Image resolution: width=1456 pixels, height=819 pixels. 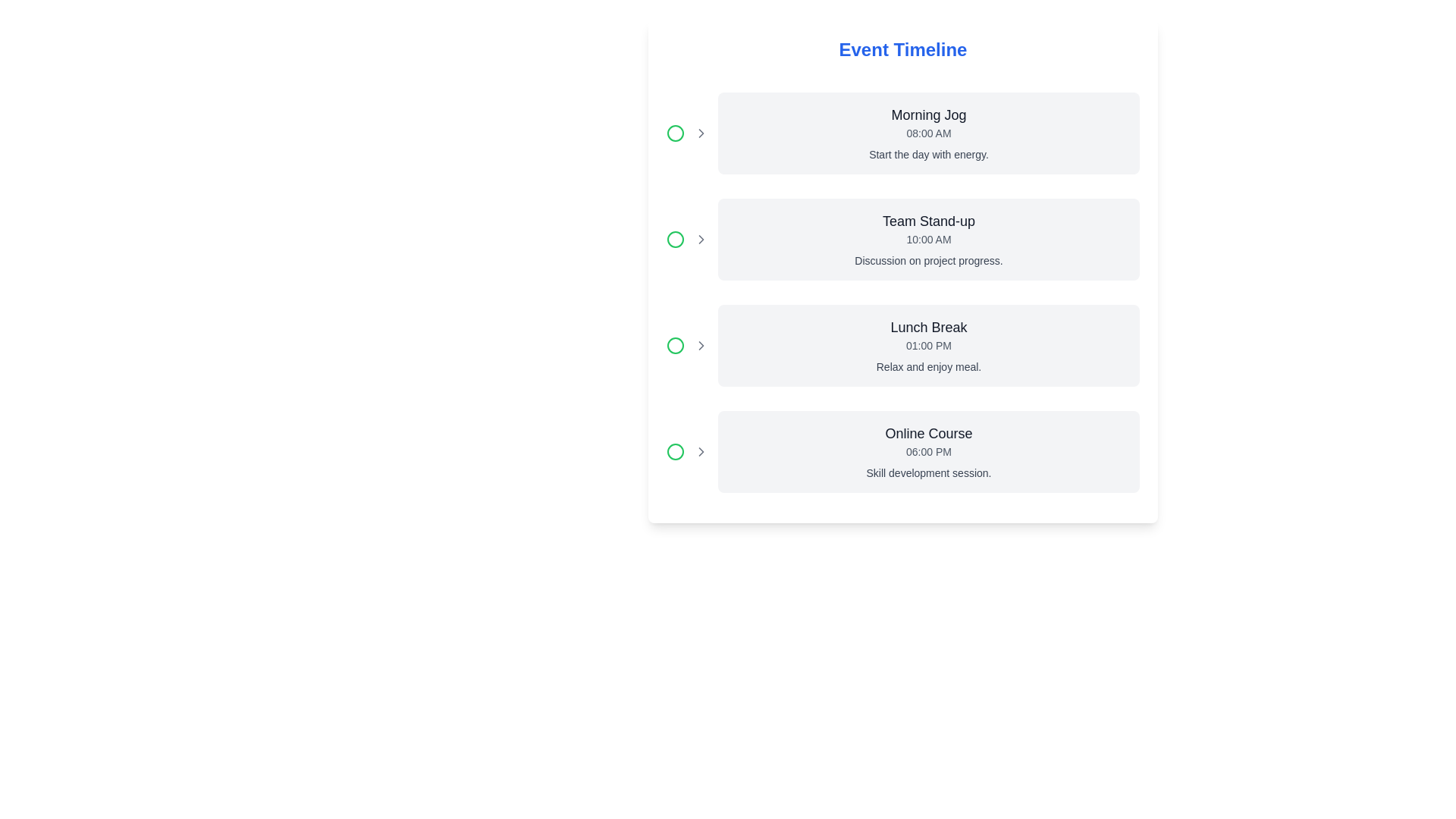 I want to click on the rightmost icon within the 'Online Course' entry, so click(x=701, y=451).